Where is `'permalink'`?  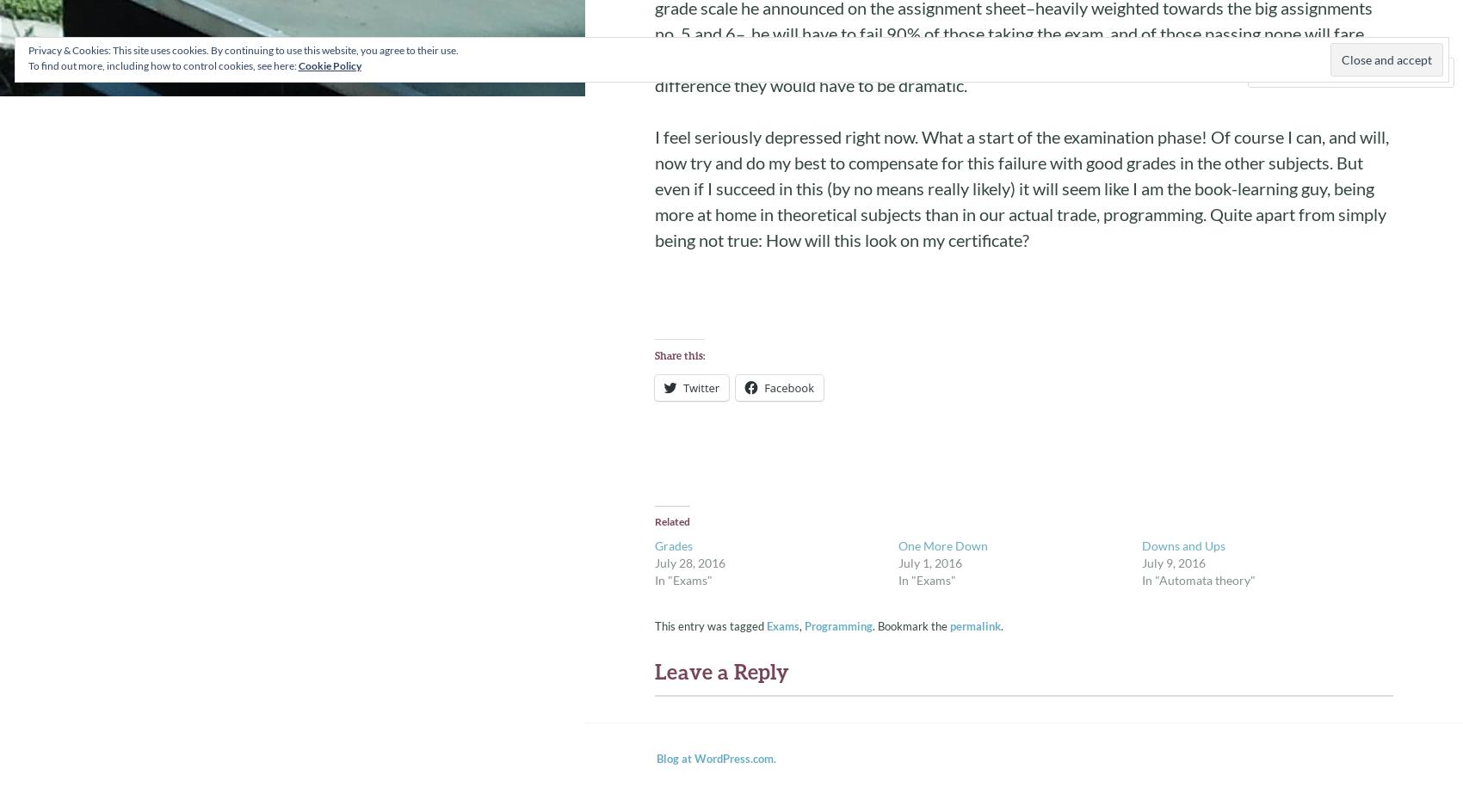
'permalink' is located at coordinates (975, 626).